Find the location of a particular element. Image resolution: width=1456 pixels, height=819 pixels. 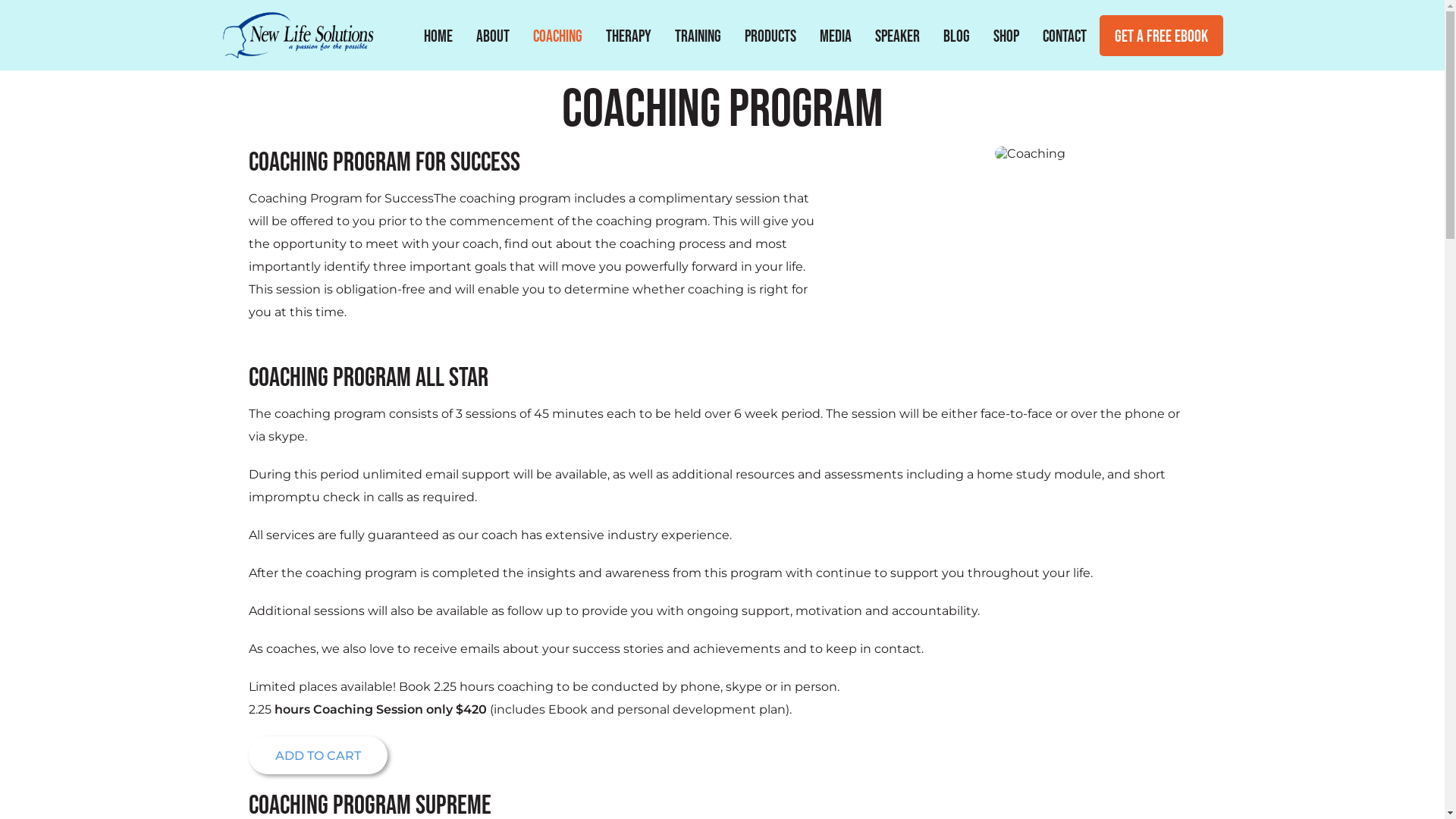

'PRODUCTS' is located at coordinates (769, 34).